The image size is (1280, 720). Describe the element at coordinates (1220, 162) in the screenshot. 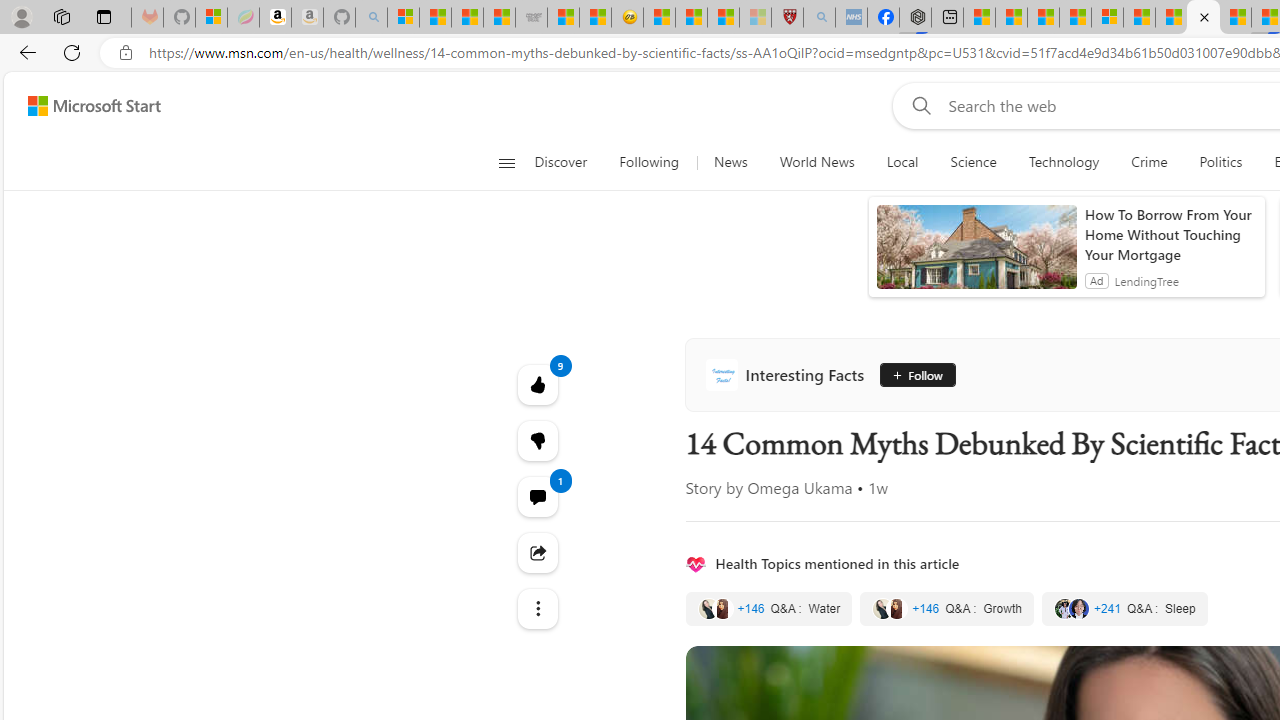

I see `'Politics'` at that location.